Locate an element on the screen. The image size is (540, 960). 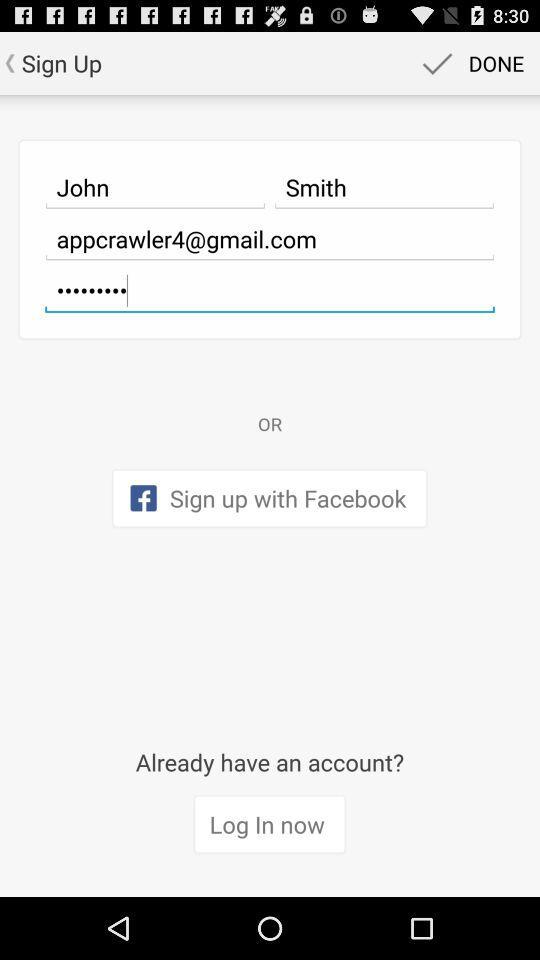
the icon to the right of john is located at coordinates (384, 187).